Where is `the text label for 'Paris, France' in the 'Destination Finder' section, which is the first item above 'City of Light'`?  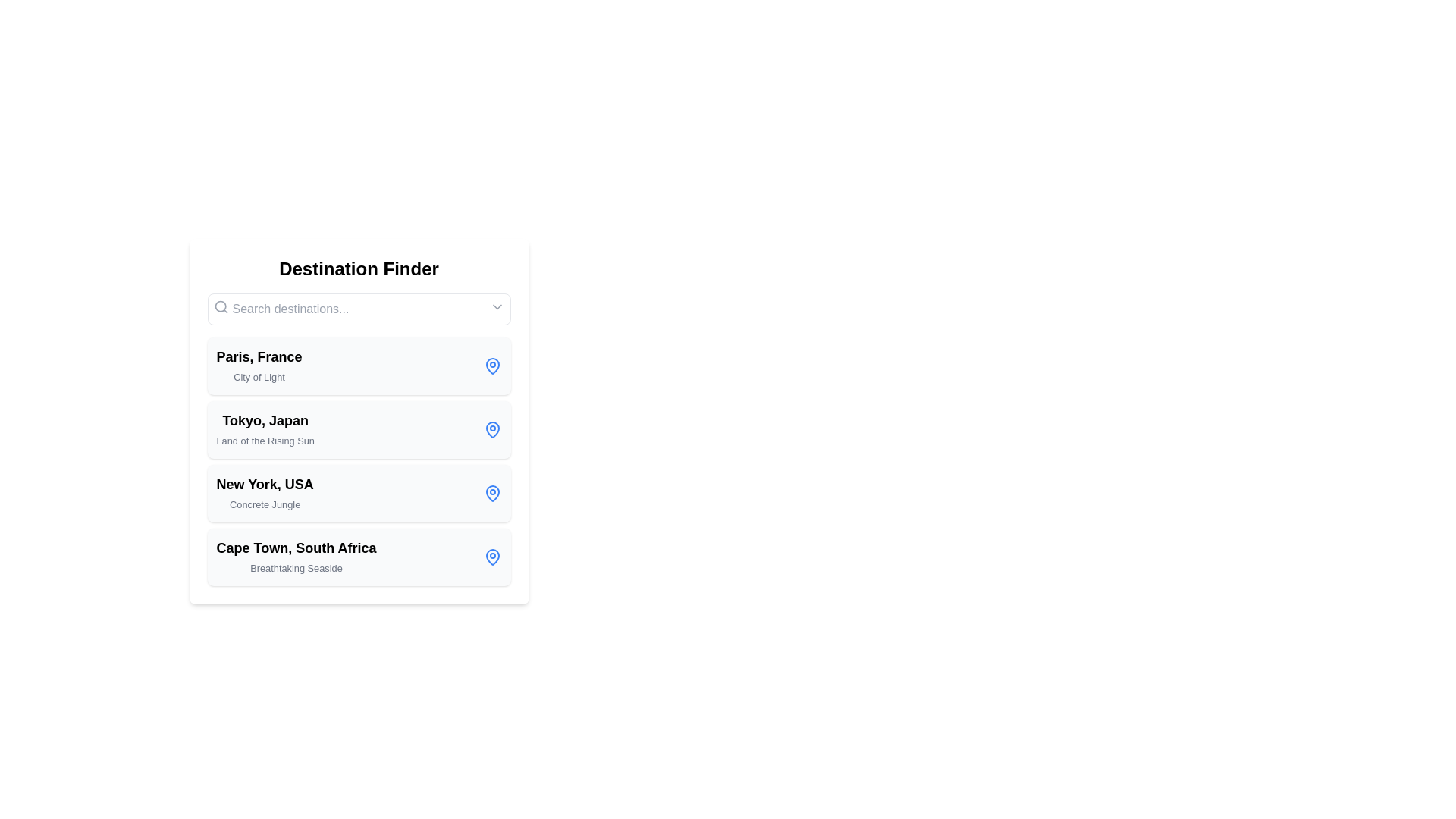
the text label for 'Paris, France' in the 'Destination Finder' section, which is the first item above 'City of Light' is located at coordinates (259, 356).